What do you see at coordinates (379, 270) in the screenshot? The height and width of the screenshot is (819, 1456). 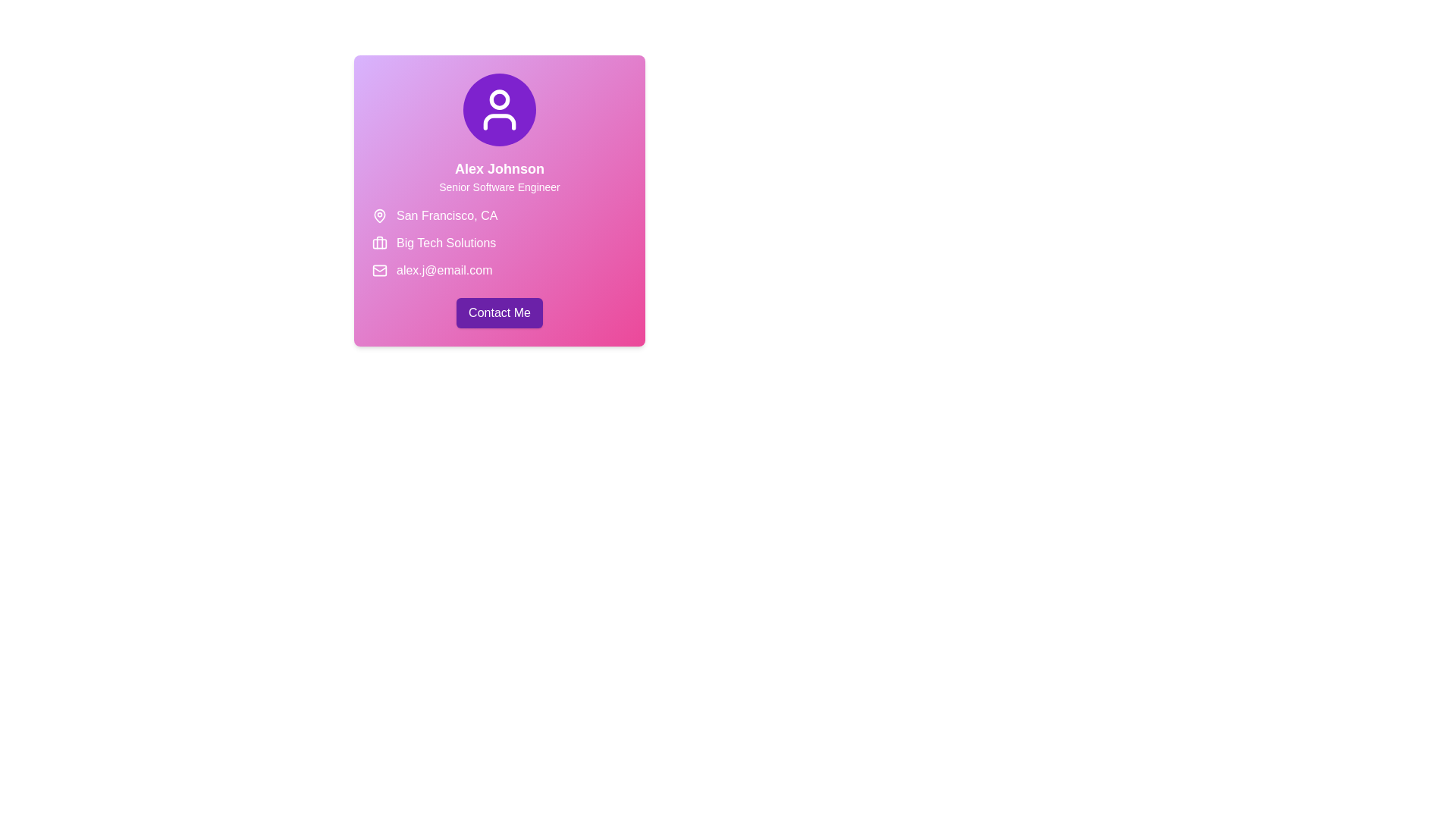 I see `the icon that visually indicates the email address 'alex.j@email.com', located to the left of the email text under user contact information` at bounding box center [379, 270].